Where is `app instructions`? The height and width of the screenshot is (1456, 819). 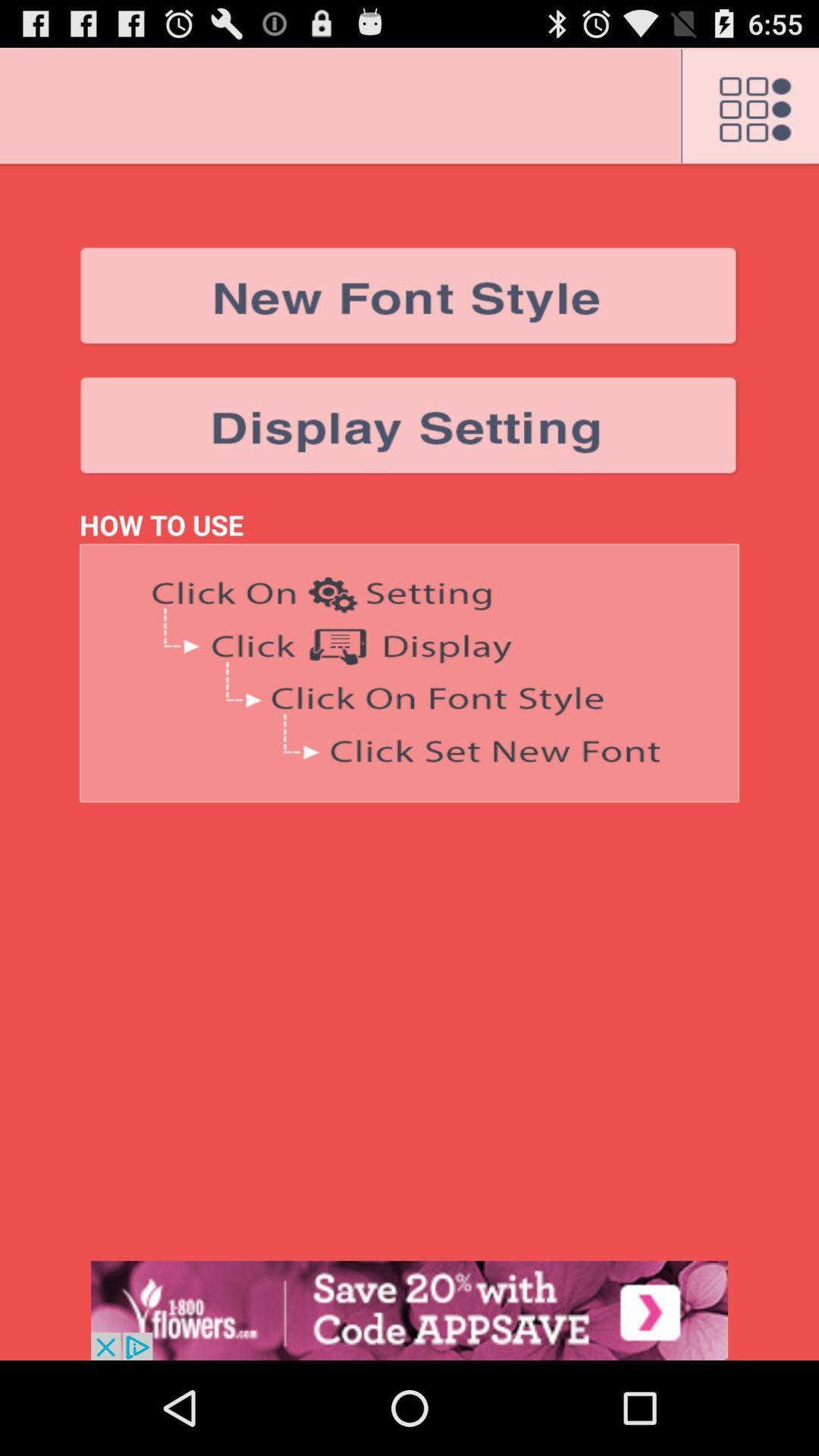
app instructions is located at coordinates (409, 672).